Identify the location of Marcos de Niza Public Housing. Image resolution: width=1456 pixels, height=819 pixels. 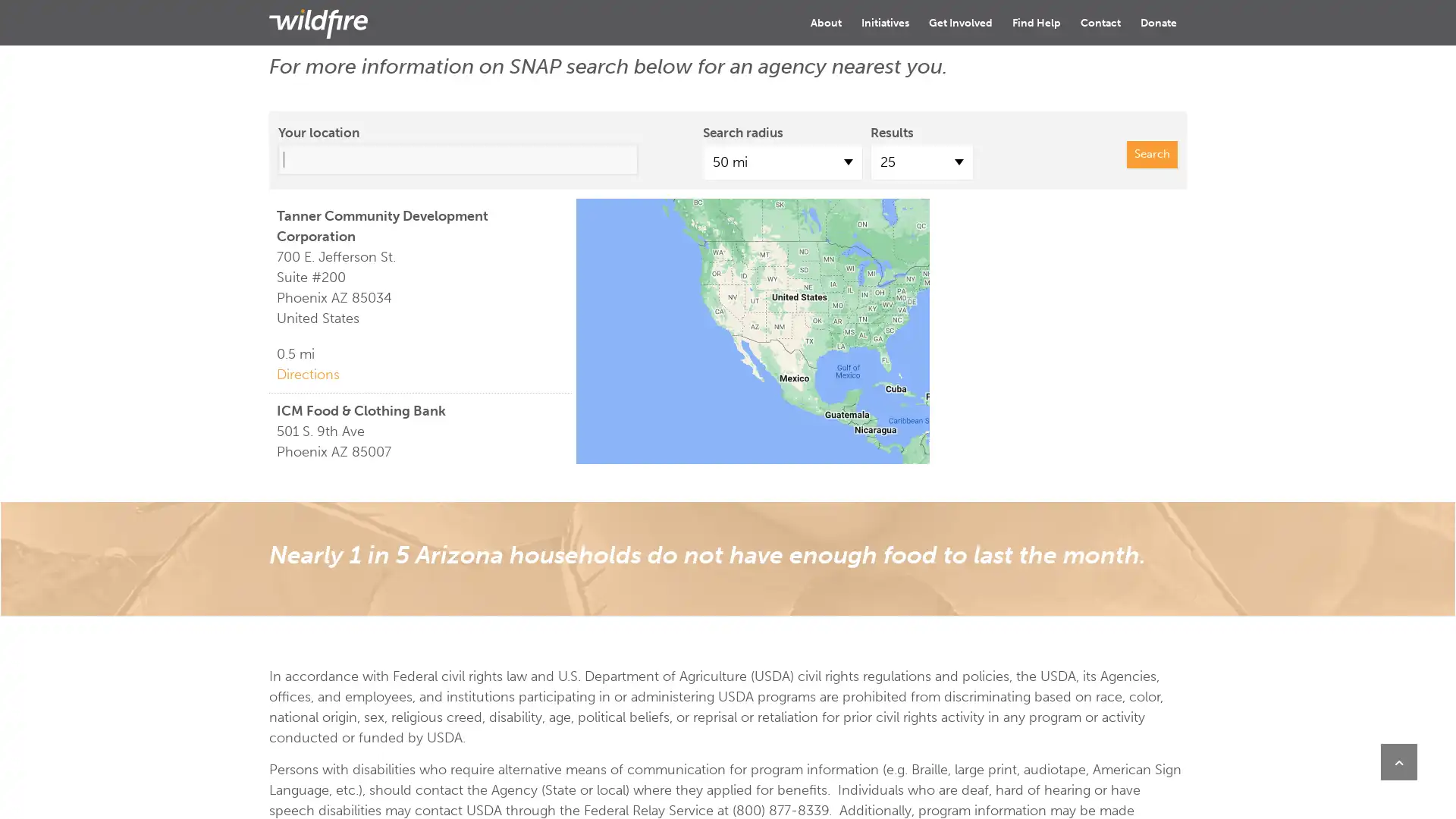
(872, 331).